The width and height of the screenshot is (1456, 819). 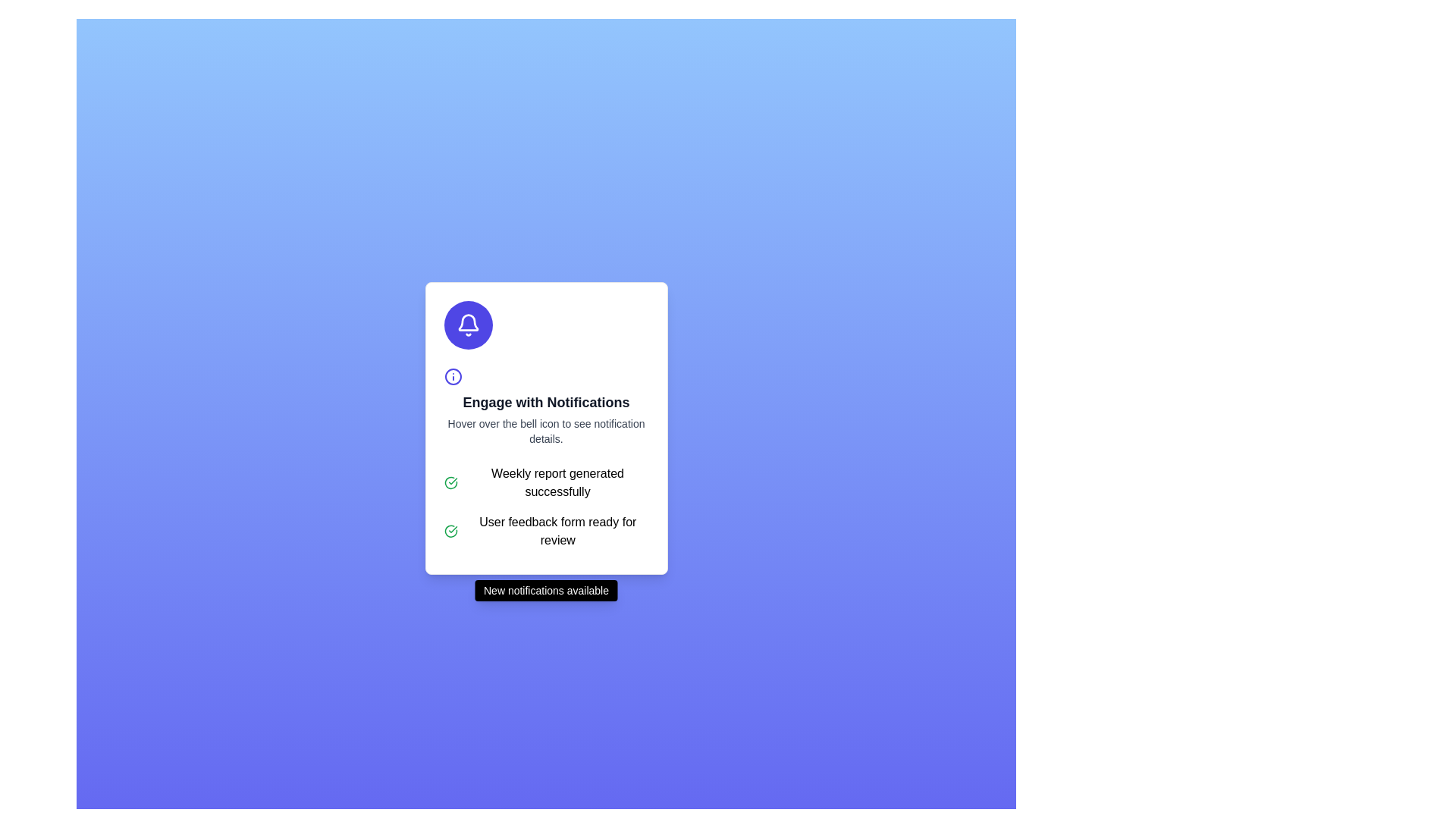 What do you see at coordinates (546, 531) in the screenshot?
I see `notification message indicating that the user feedback form is ready for review, which is the second notification in the list of two items` at bounding box center [546, 531].